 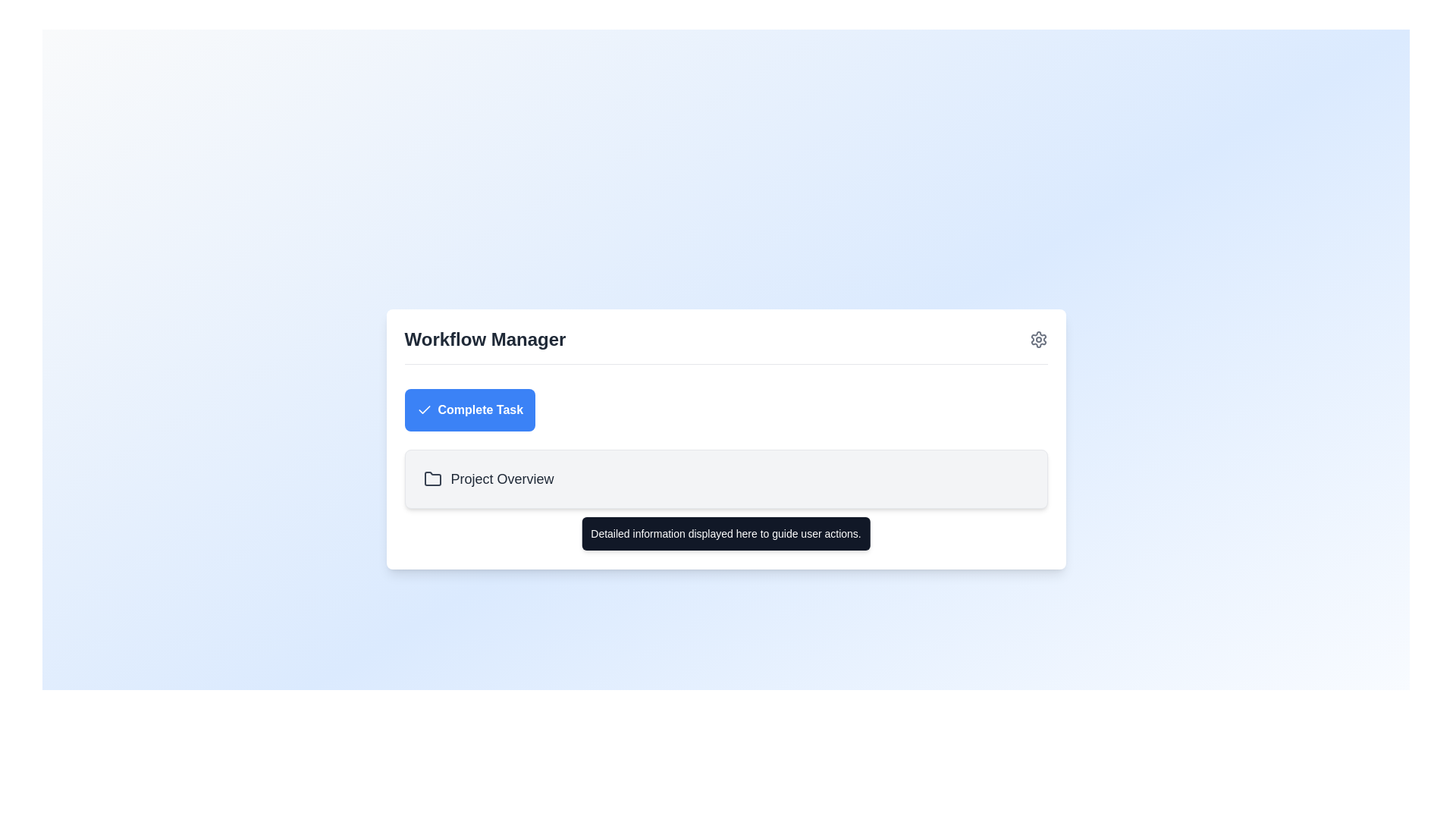 What do you see at coordinates (1037, 338) in the screenshot?
I see `the settings icon, which is a gray gear located to the far right of the 'Workflow Manager' header` at bounding box center [1037, 338].